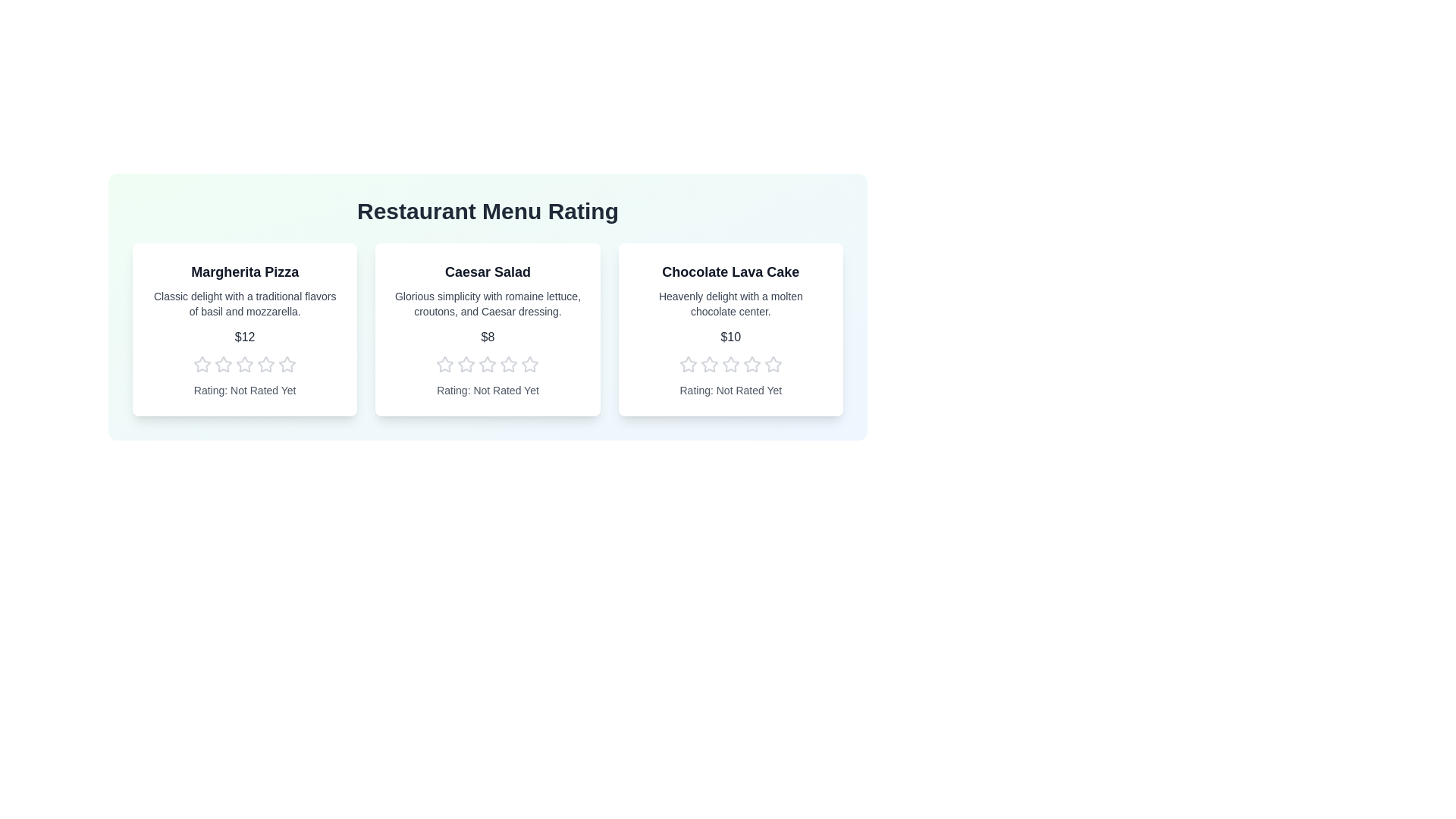  I want to click on the star corresponding to the desired rating 2 for the menu item Chocolate Lava Cake, so click(708, 365).